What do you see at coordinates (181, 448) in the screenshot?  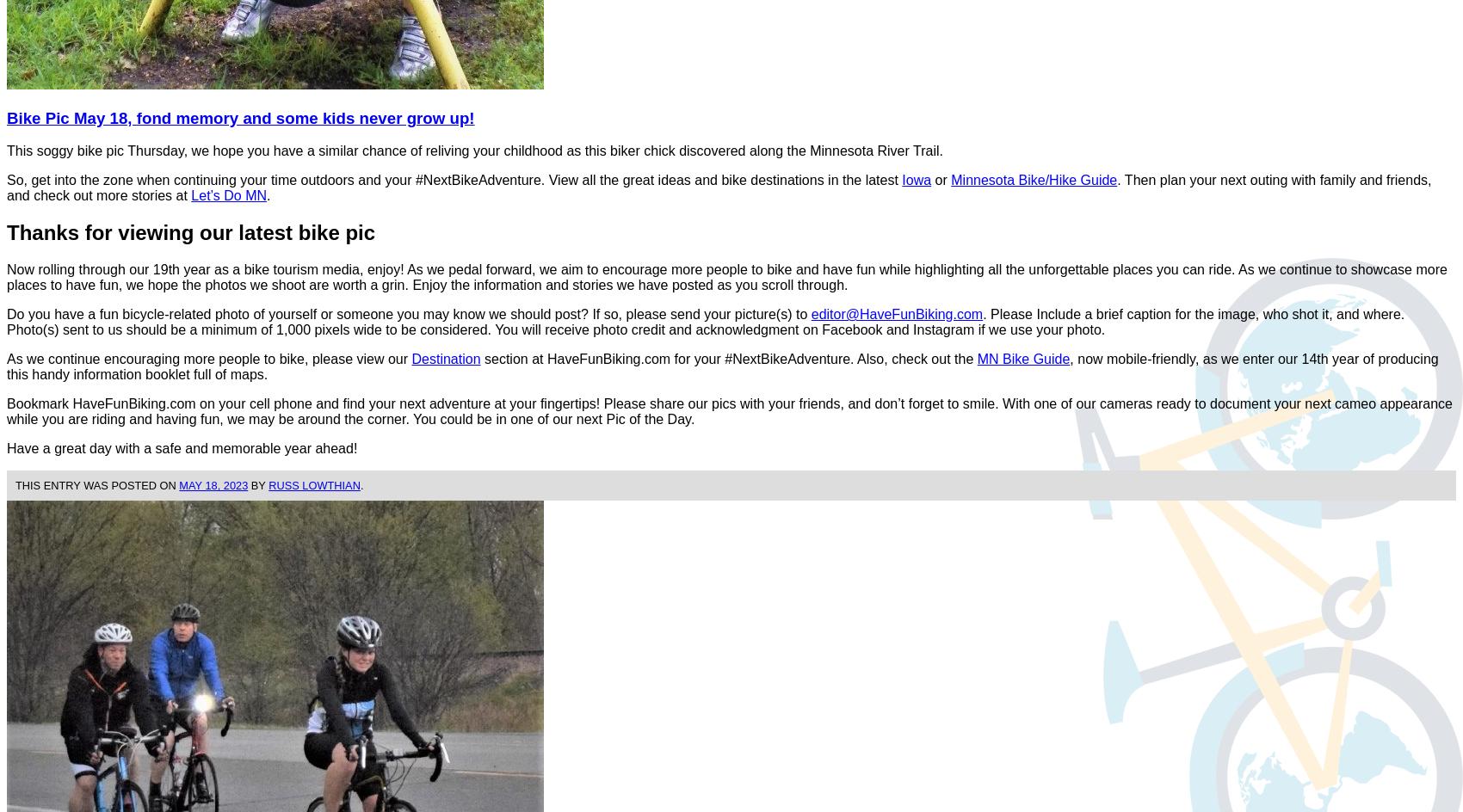 I see `'Have a great day with a safe and memorable year ahead!'` at bounding box center [181, 448].